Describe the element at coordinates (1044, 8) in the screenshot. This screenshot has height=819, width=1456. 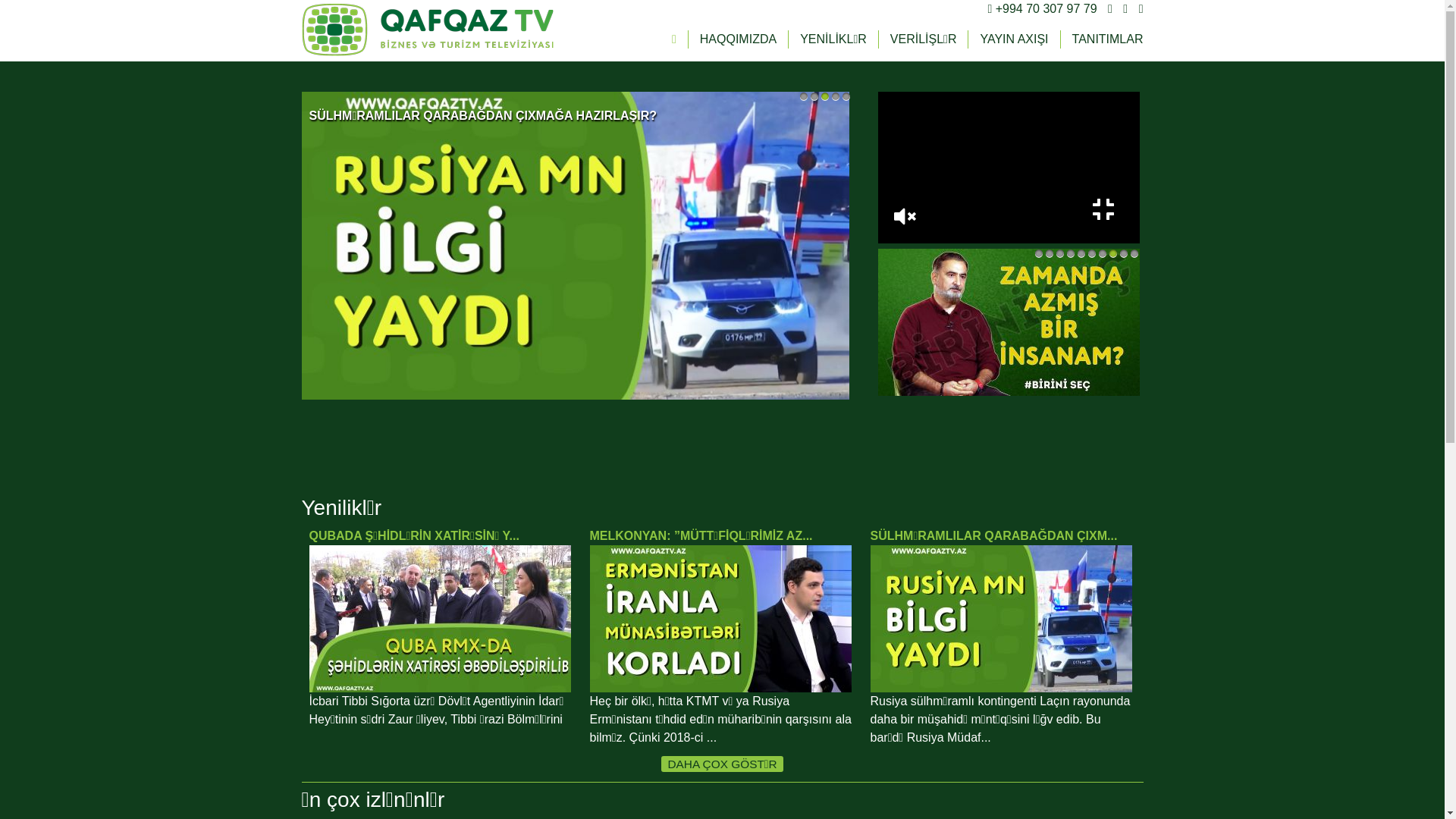
I see `'+994 70 307 97 79'` at that location.